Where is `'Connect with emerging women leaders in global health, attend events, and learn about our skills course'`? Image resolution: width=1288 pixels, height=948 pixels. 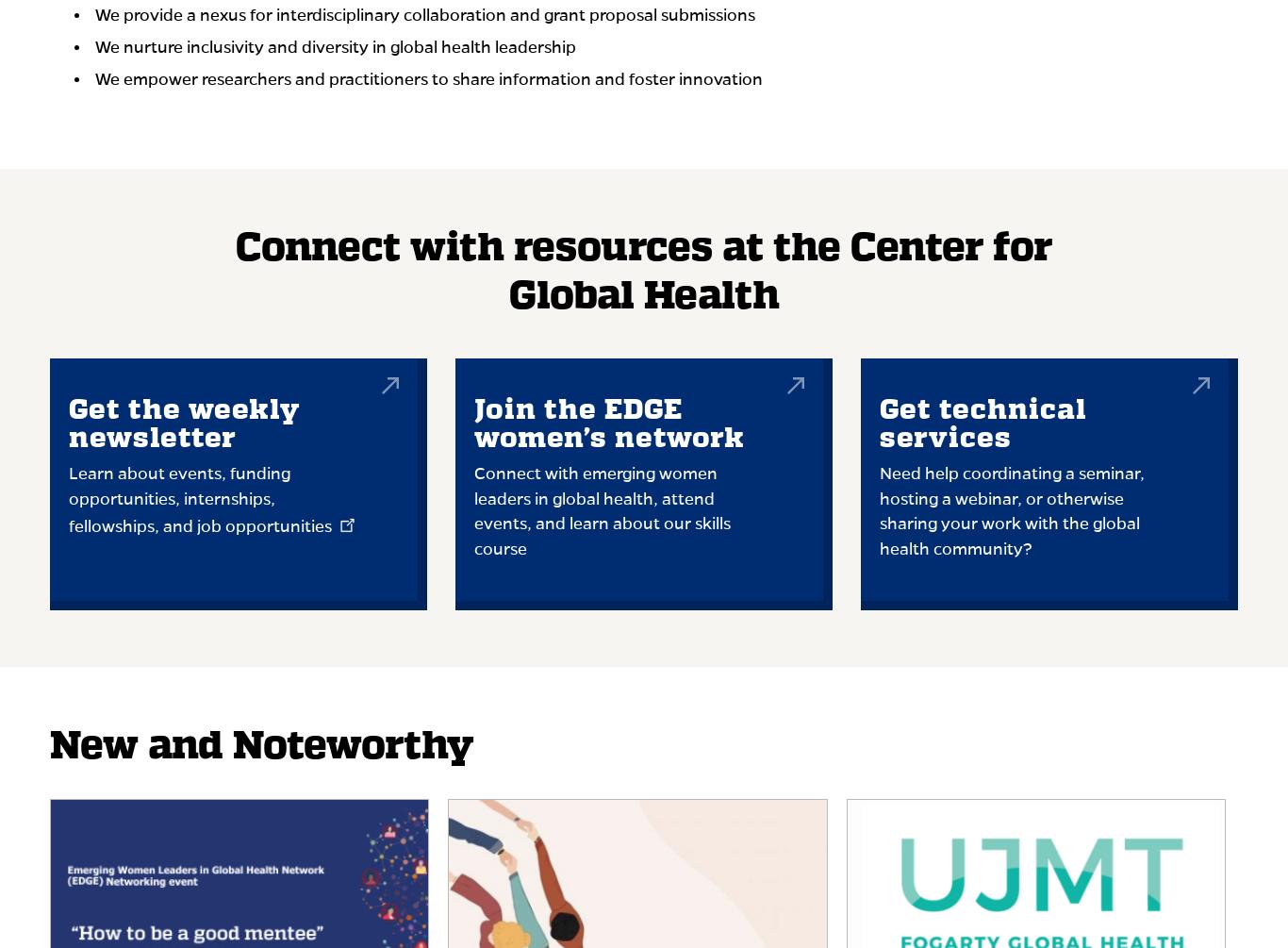
'Connect with emerging women leaders in global health, attend events, and learn about our skills course' is located at coordinates (601, 510).